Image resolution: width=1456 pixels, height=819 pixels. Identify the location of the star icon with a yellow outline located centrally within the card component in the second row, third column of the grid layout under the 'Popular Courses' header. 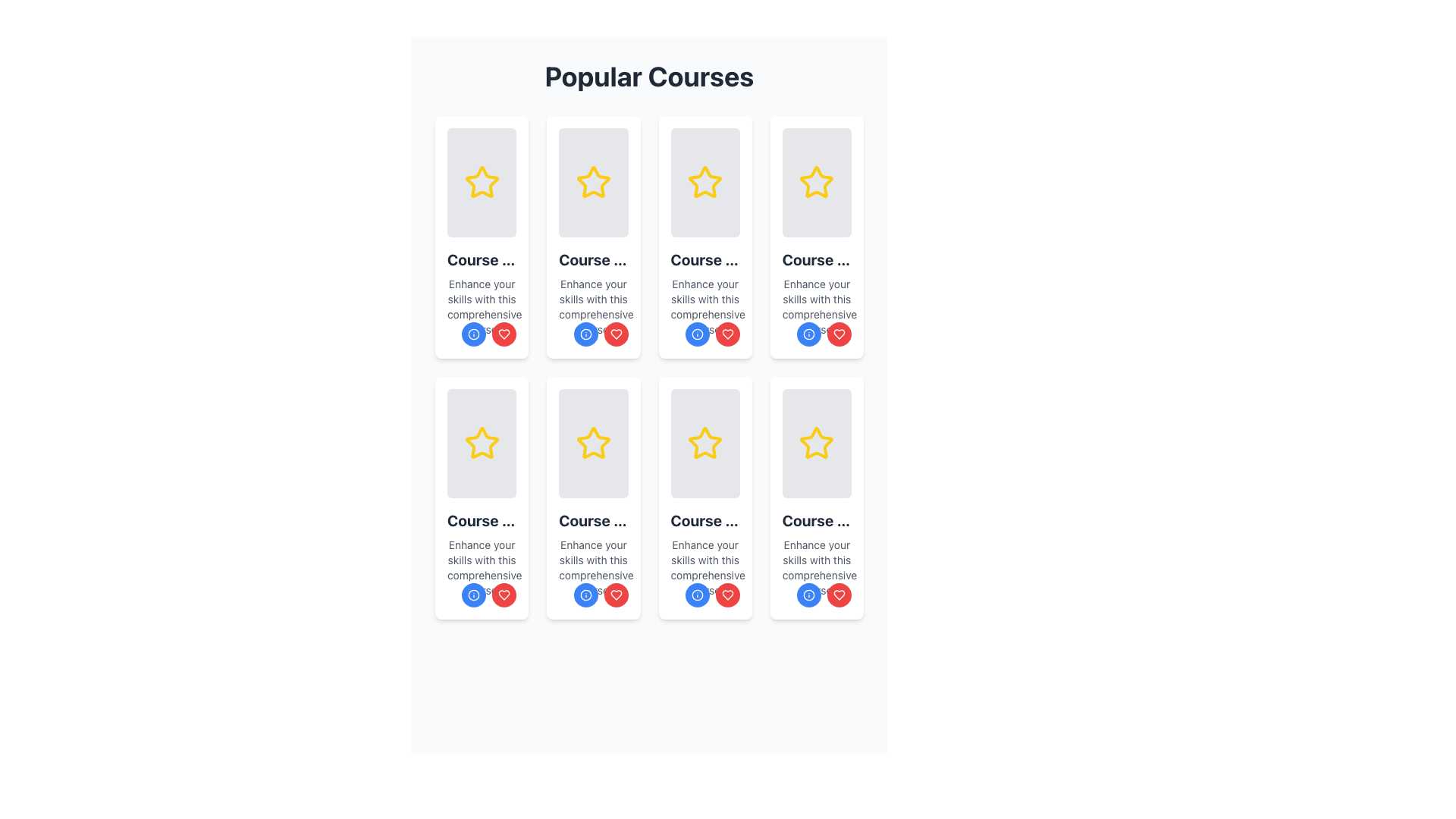
(592, 444).